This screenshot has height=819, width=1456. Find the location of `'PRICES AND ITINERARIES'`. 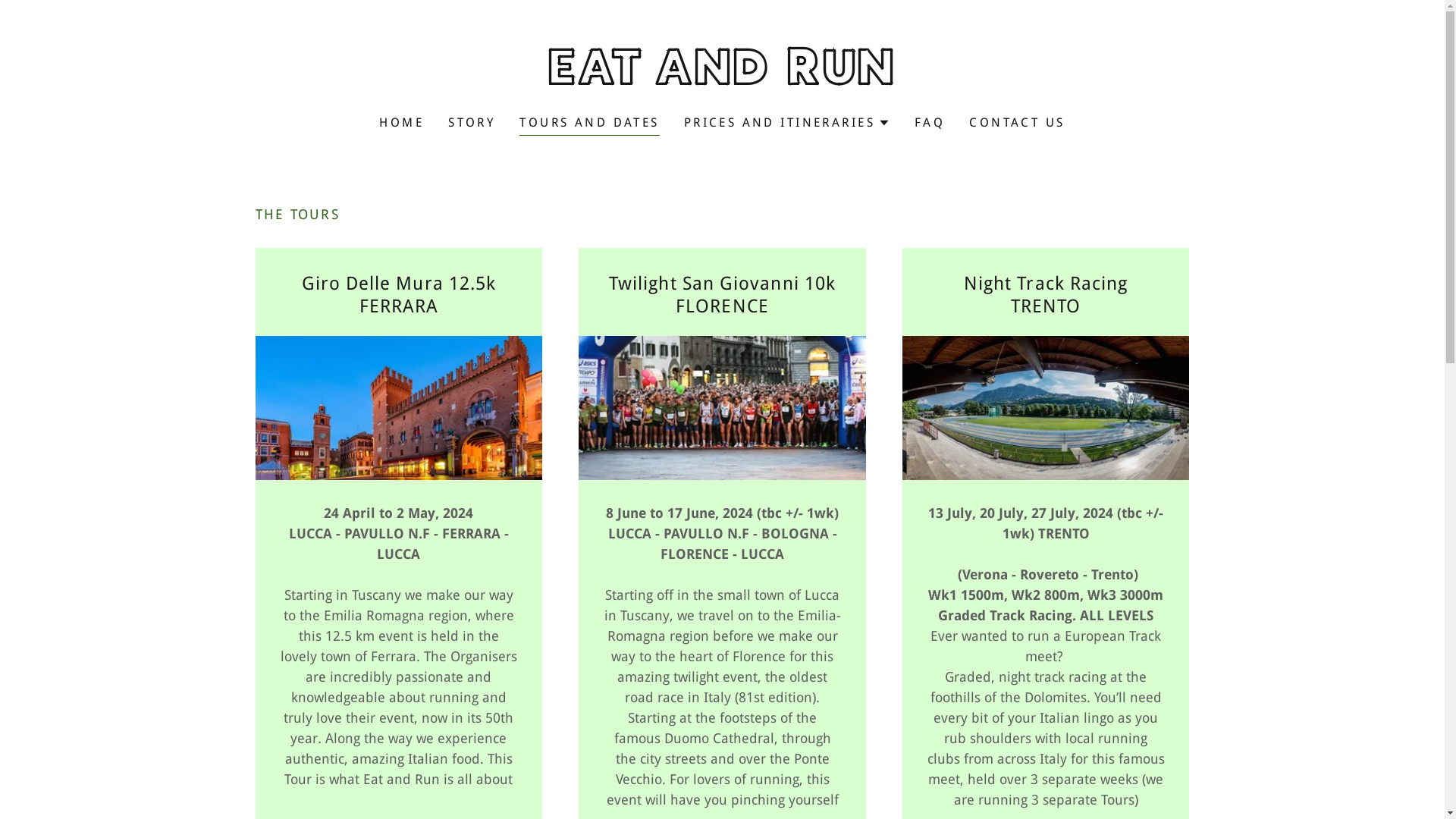

'PRICES AND ITINERARIES' is located at coordinates (786, 122).